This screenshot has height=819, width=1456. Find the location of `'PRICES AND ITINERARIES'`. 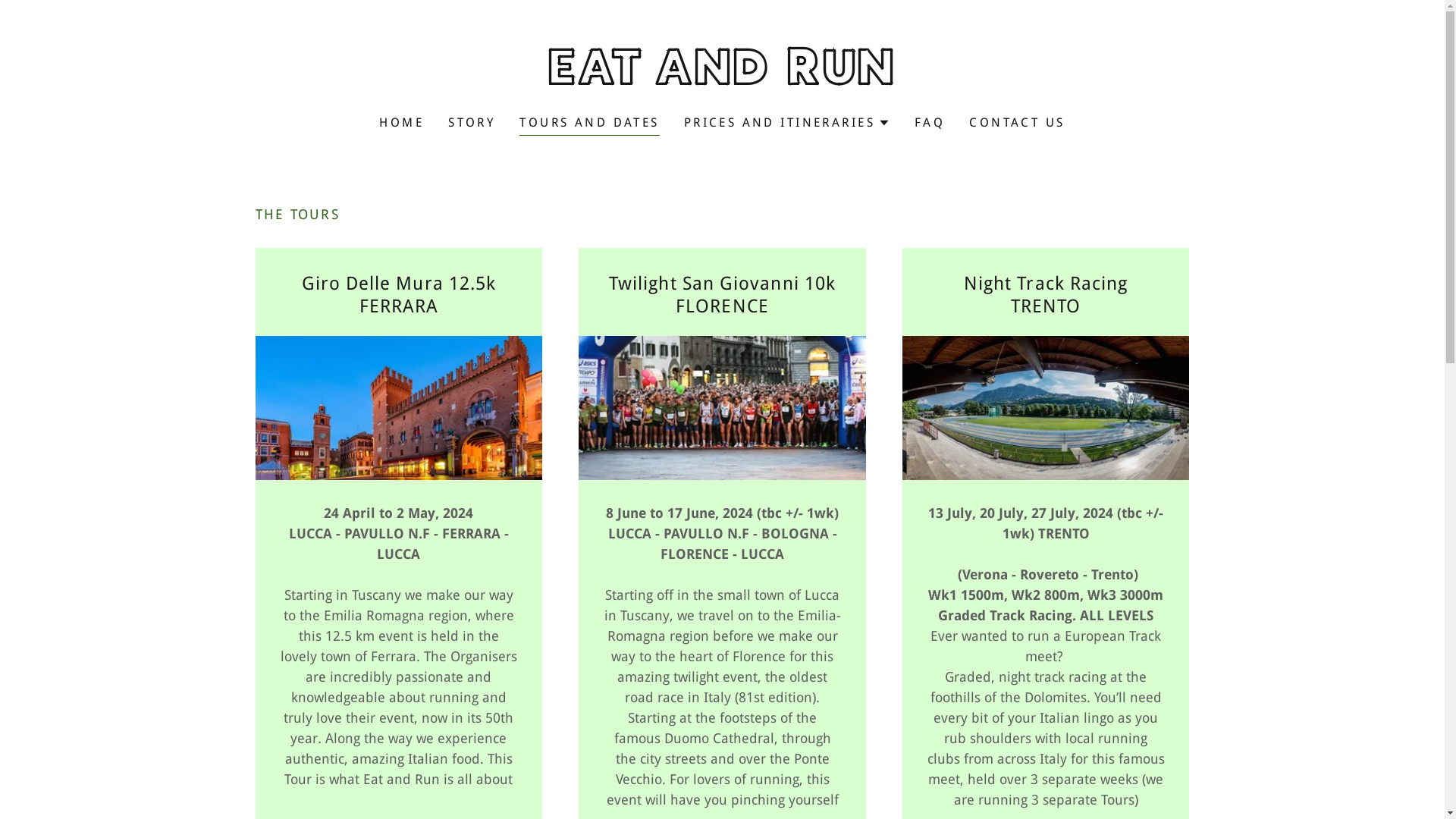

'PRICES AND ITINERARIES' is located at coordinates (786, 122).